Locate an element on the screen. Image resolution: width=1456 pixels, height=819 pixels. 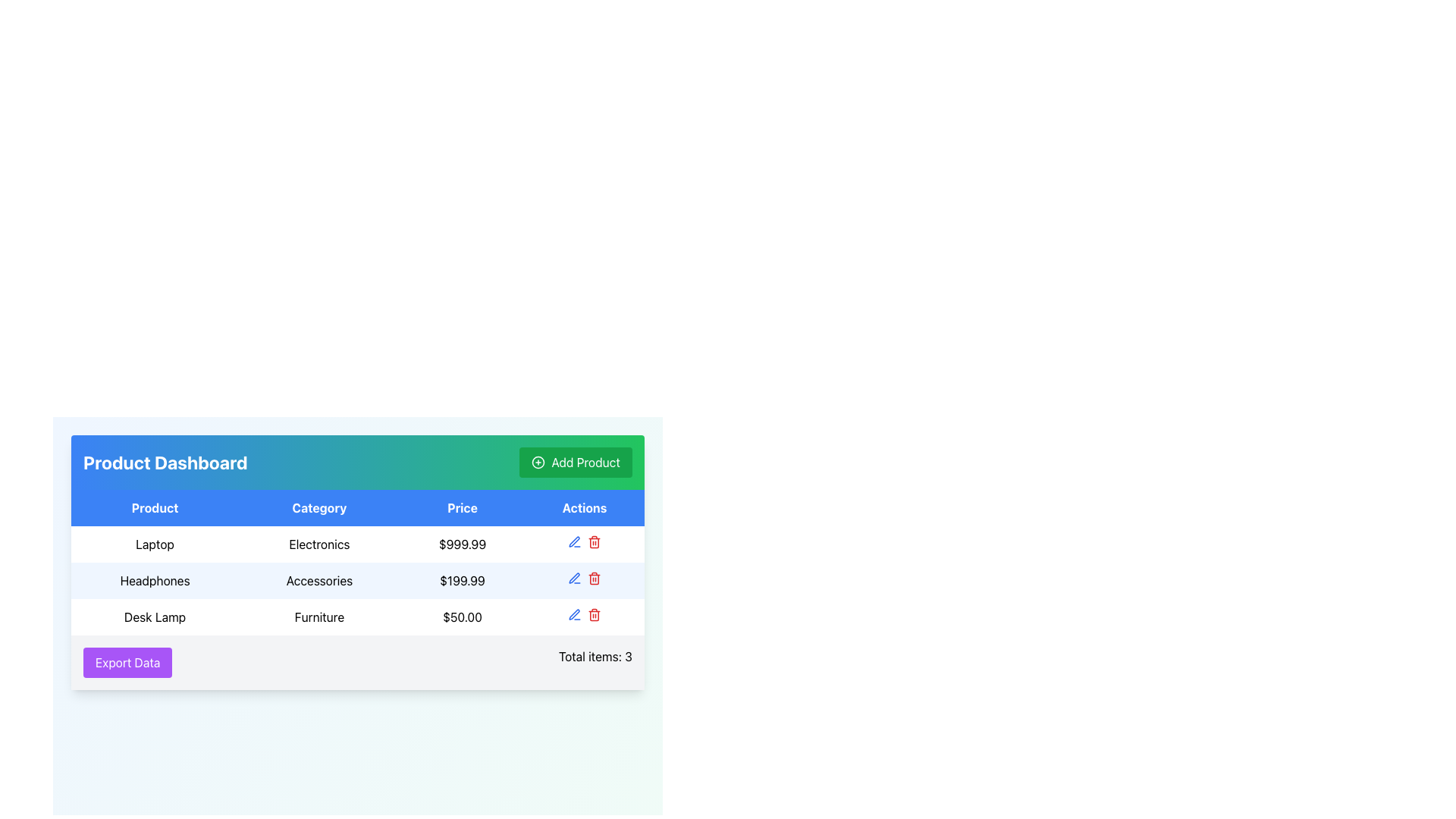
the Pen or Edit icon in the Actions column of the second row for the Headphones product entry is located at coordinates (573, 578).